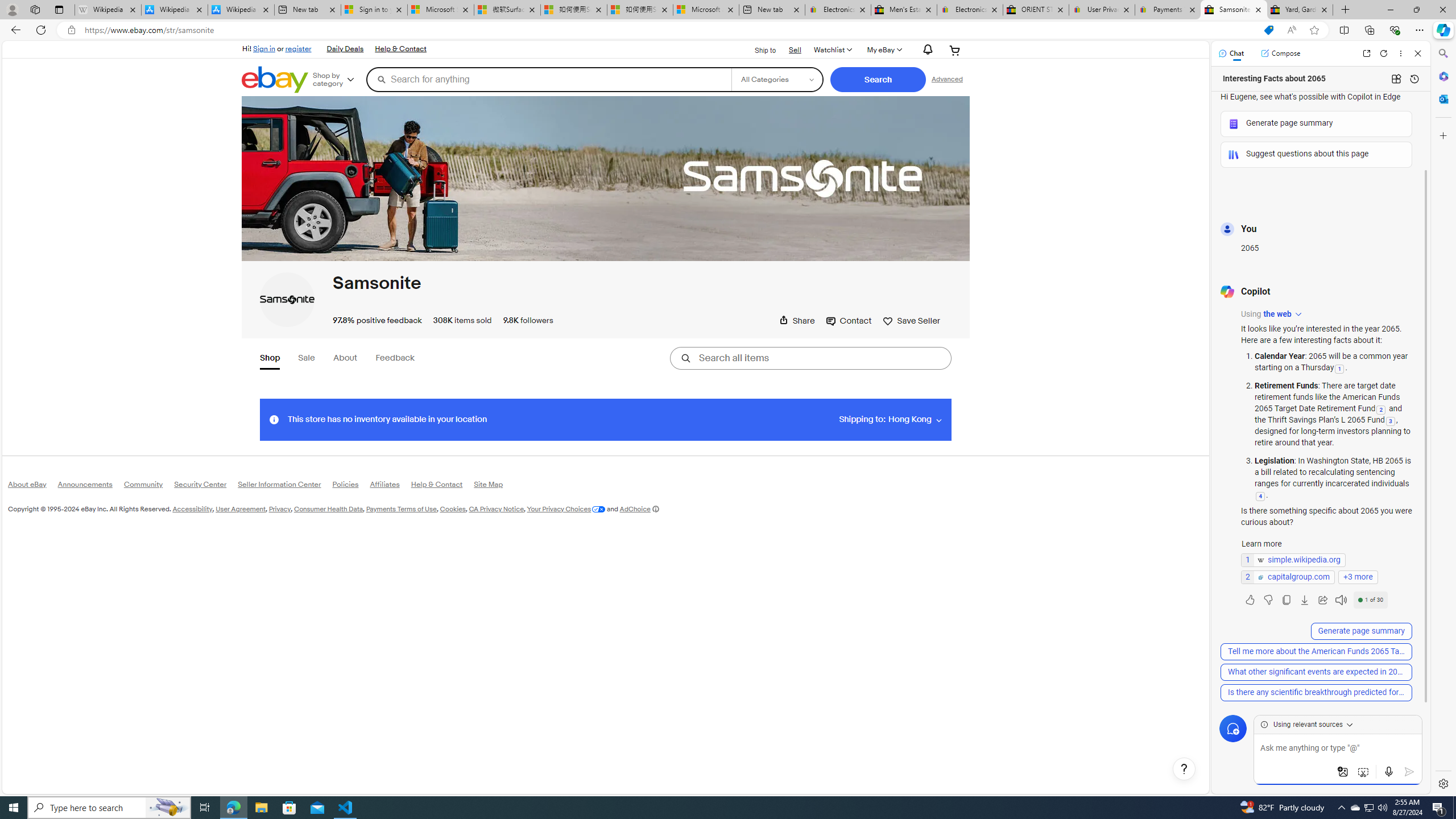 This screenshot has width=1456, height=819. I want to click on 'Help, opens dialogs', so click(1184, 768).